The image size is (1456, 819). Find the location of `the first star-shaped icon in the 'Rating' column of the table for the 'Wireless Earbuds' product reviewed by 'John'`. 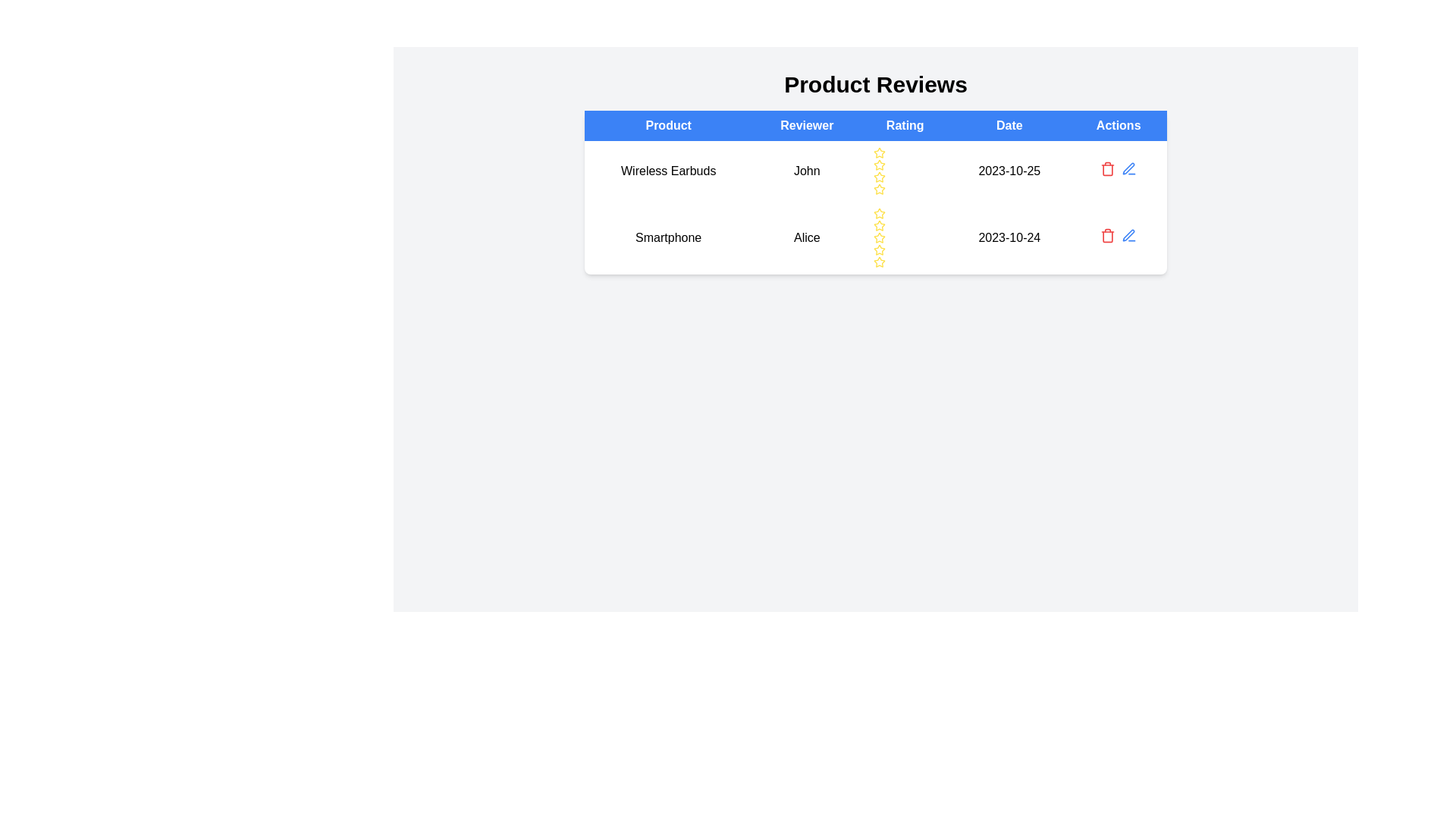

the first star-shaped icon in the 'Rating' column of the table for the 'Wireless Earbuds' product reviewed by 'John' is located at coordinates (880, 165).